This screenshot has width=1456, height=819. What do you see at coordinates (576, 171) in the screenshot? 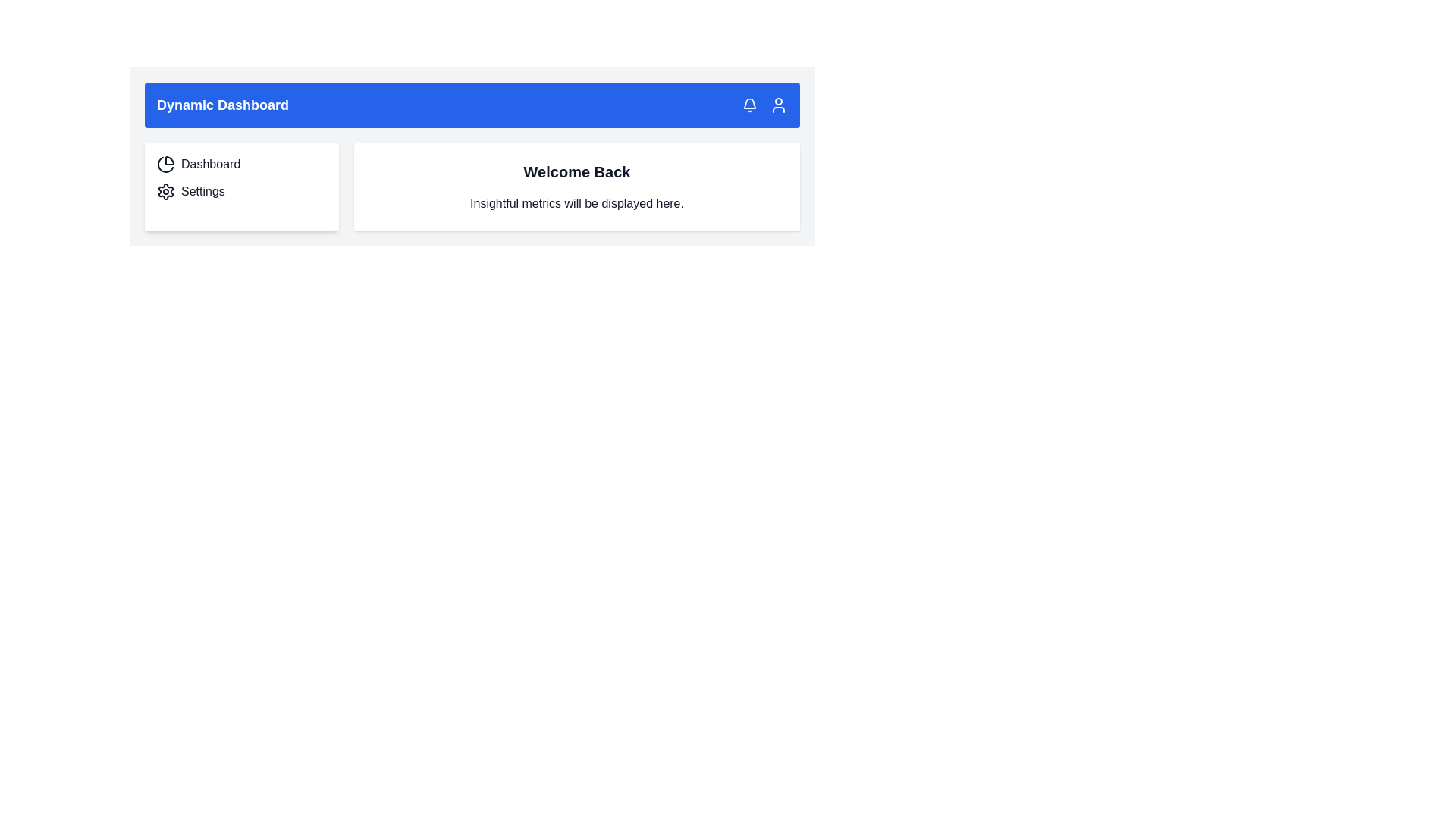
I see `the Text Display element that serves as a header or greeting message for the dashboard interface, located in the main content area above the text 'Insightful metrics will be displayed here.'` at bounding box center [576, 171].